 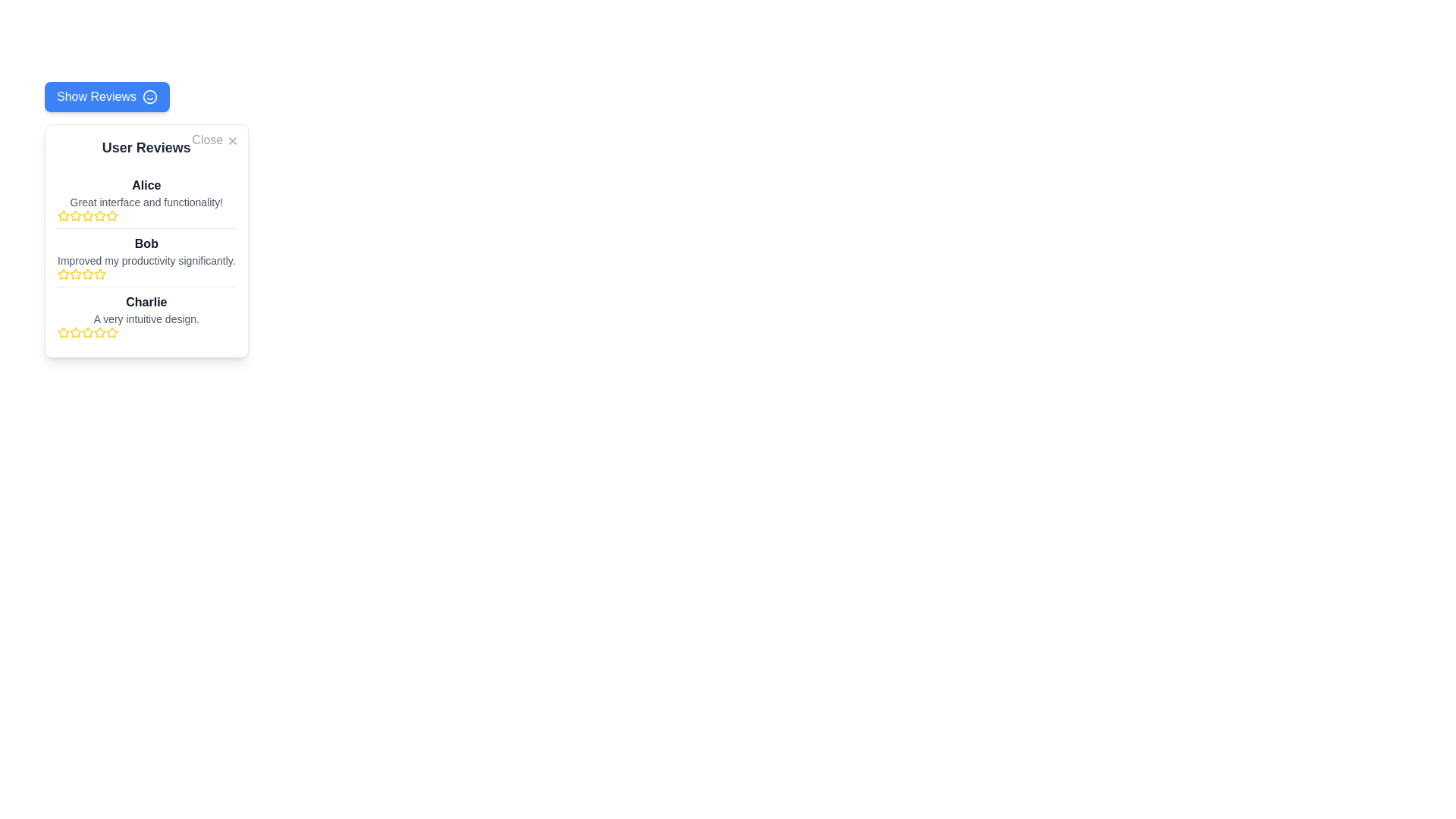 What do you see at coordinates (86, 275) in the screenshot?
I see `the fourth star in the 5-star rating system beneath the review text 'Improved my productivity significantly.' in the 'User Reviews' section for user 'Bob'` at bounding box center [86, 275].